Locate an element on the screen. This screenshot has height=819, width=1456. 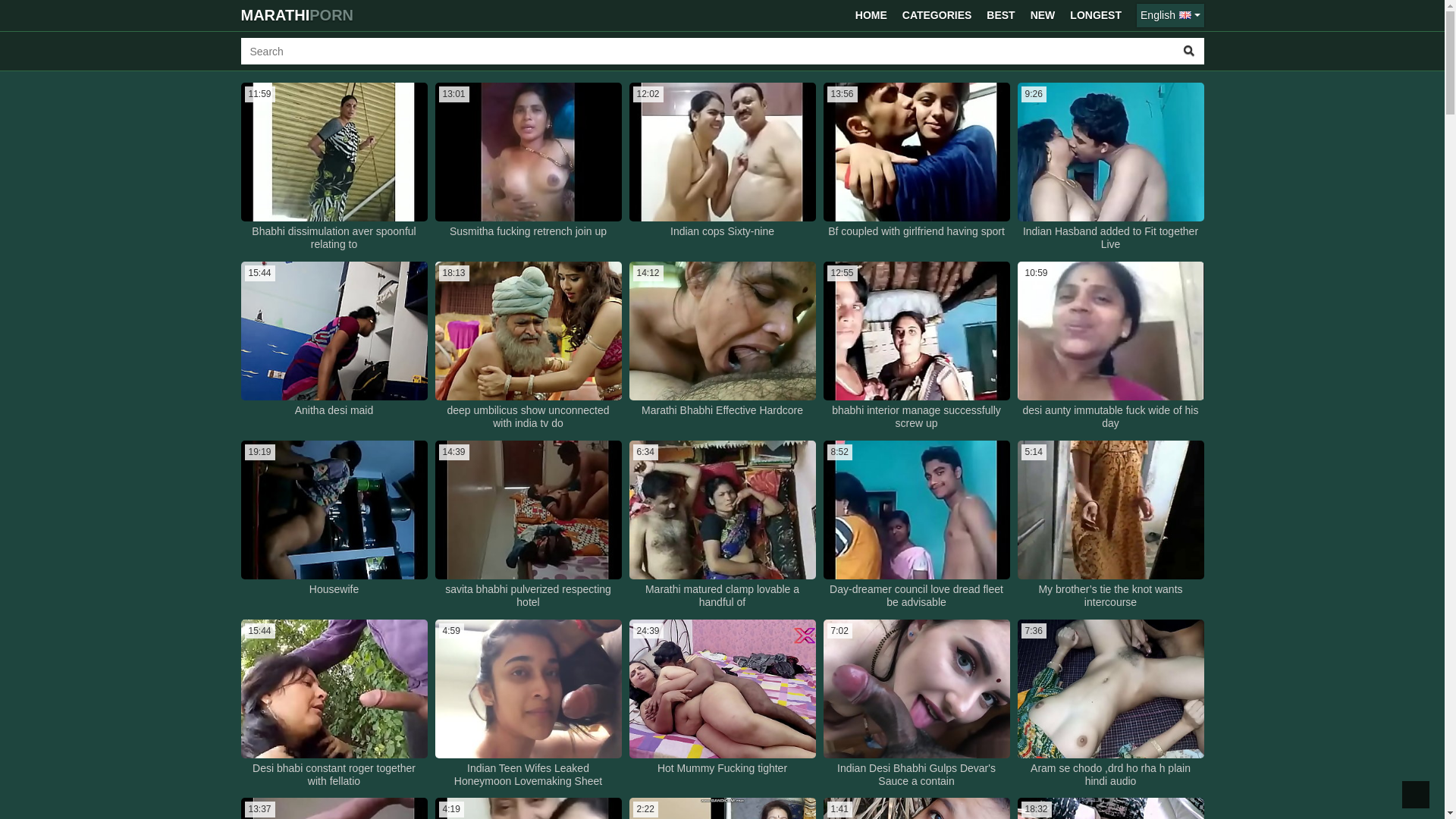
'HOME' is located at coordinates (848, 15).